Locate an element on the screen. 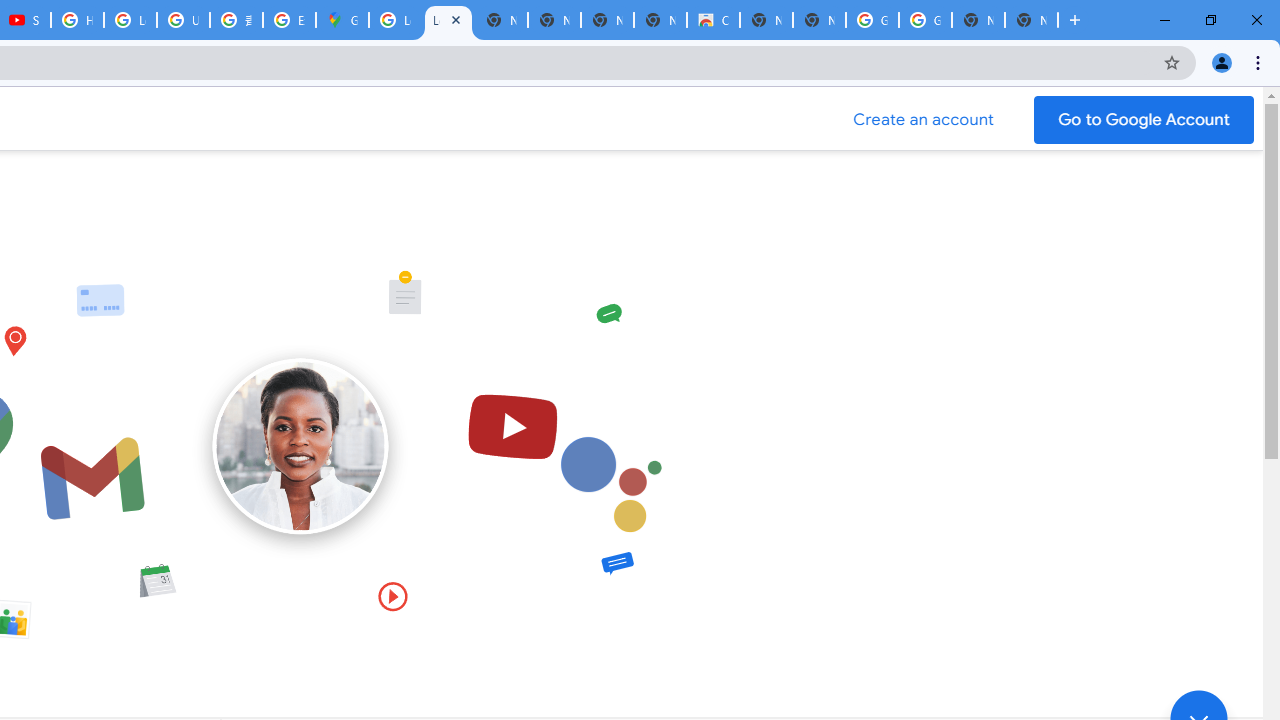 This screenshot has width=1280, height=720. 'Google Maps' is located at coordinates (342, 20).